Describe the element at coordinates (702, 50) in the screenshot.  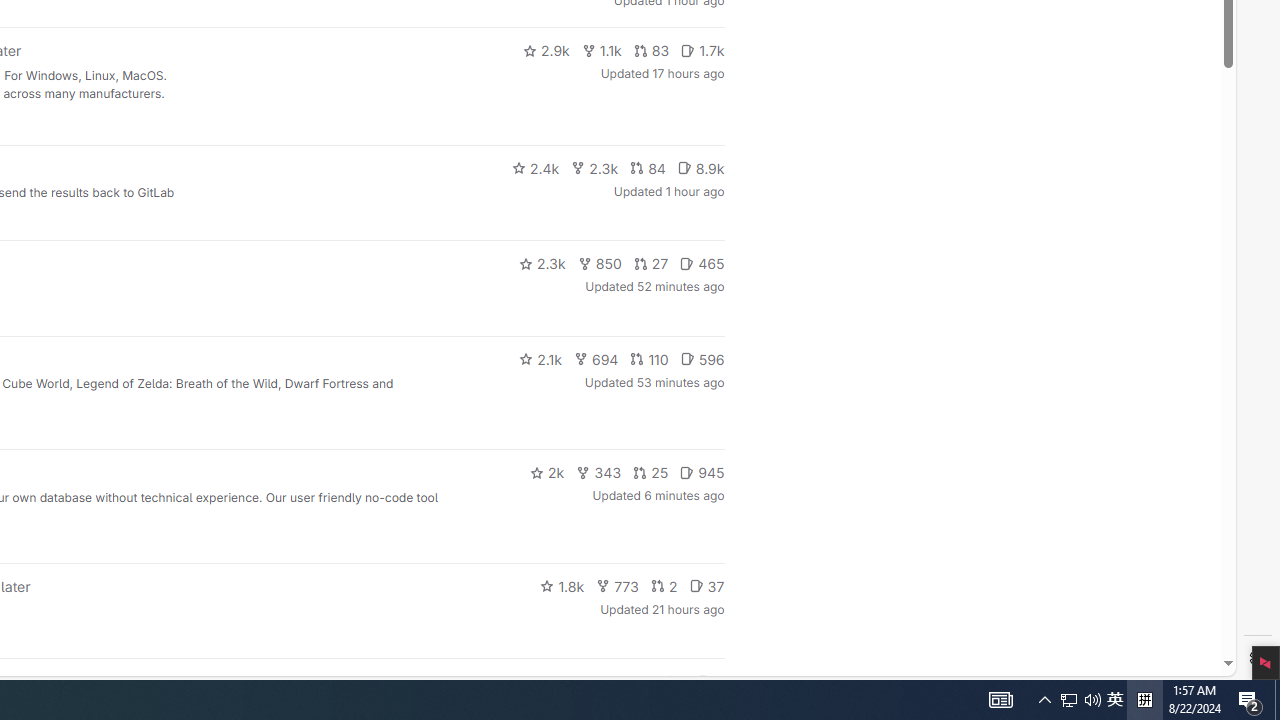
I see `'1.7k'` at that location.